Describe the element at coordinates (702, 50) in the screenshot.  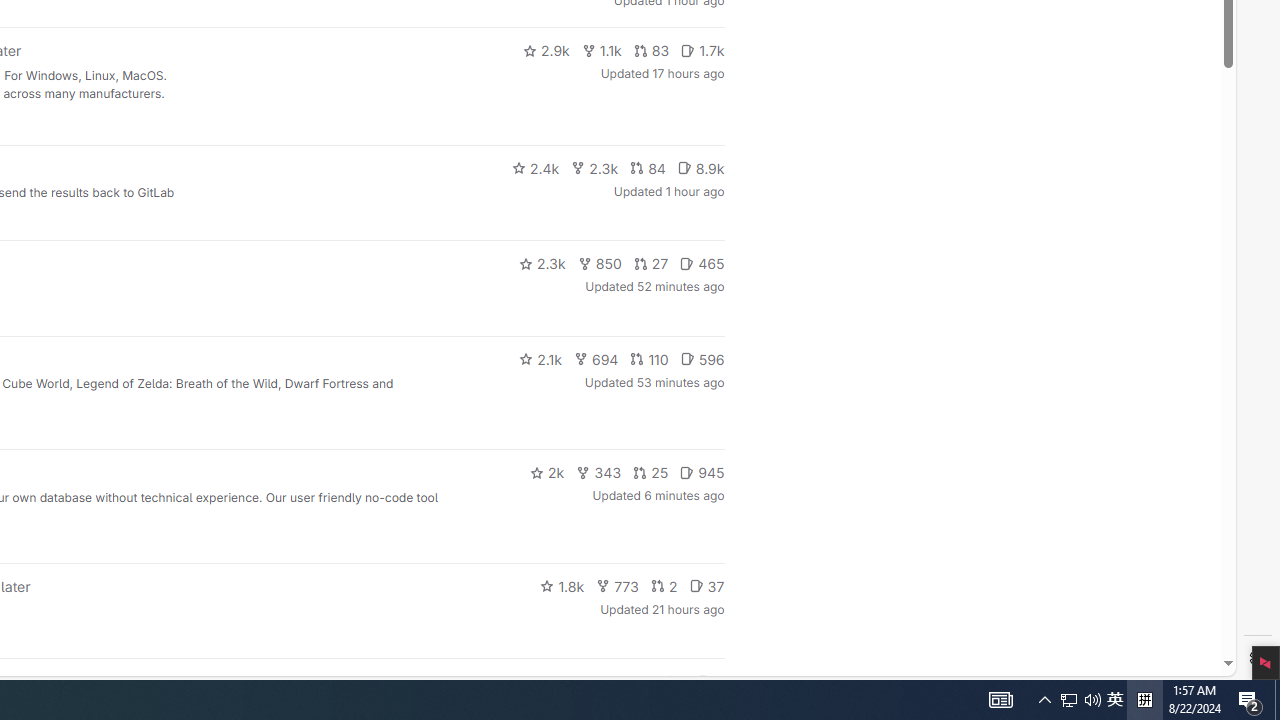
I see `'1.7k'` at that location.